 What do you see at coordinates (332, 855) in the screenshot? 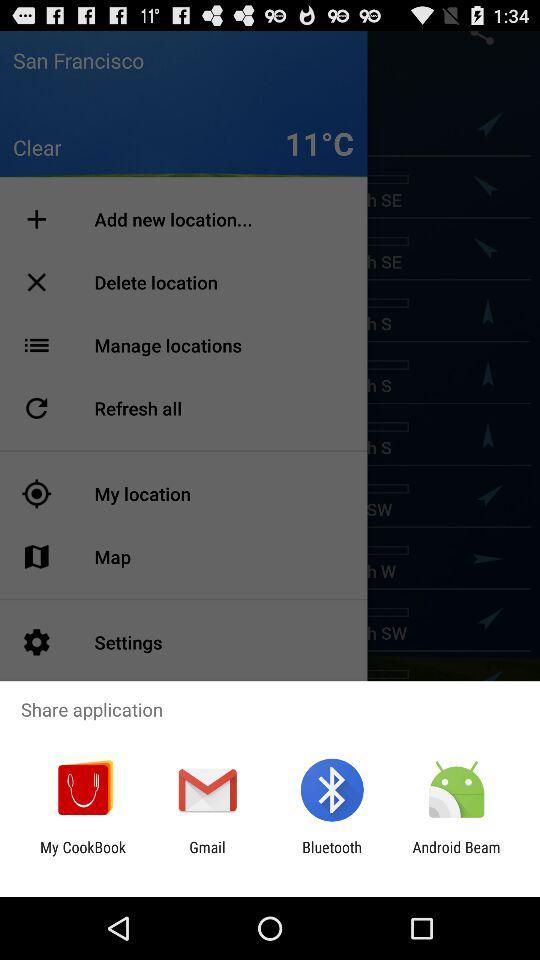
I see `item to the right of the gmail icon` at bounding box center [332, 855].